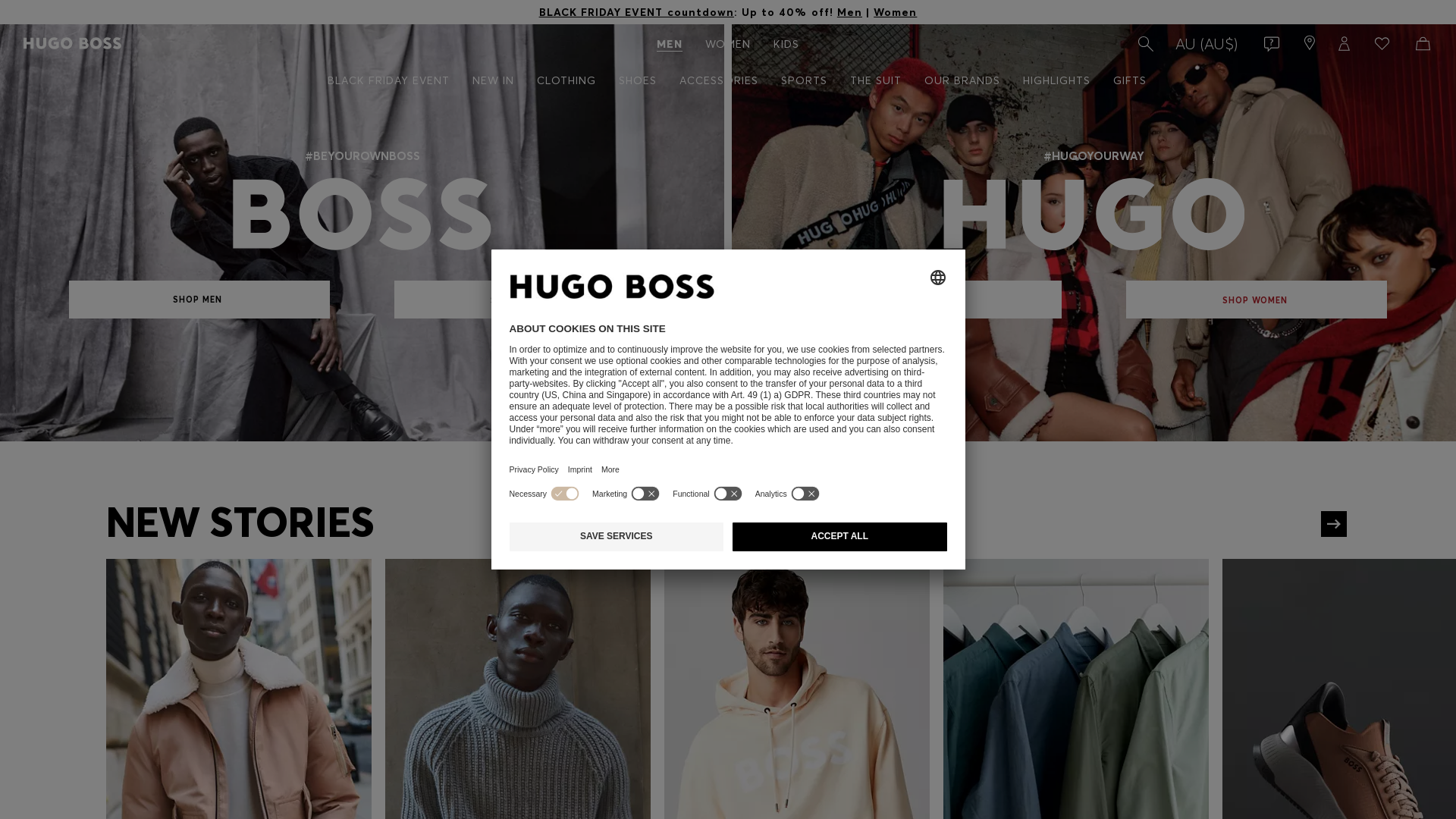 The width and height of the screenshot is (1456, 819). Describe the element at coordinates (786, 43) in the screenshot. I see `'KIDS'` at that location.